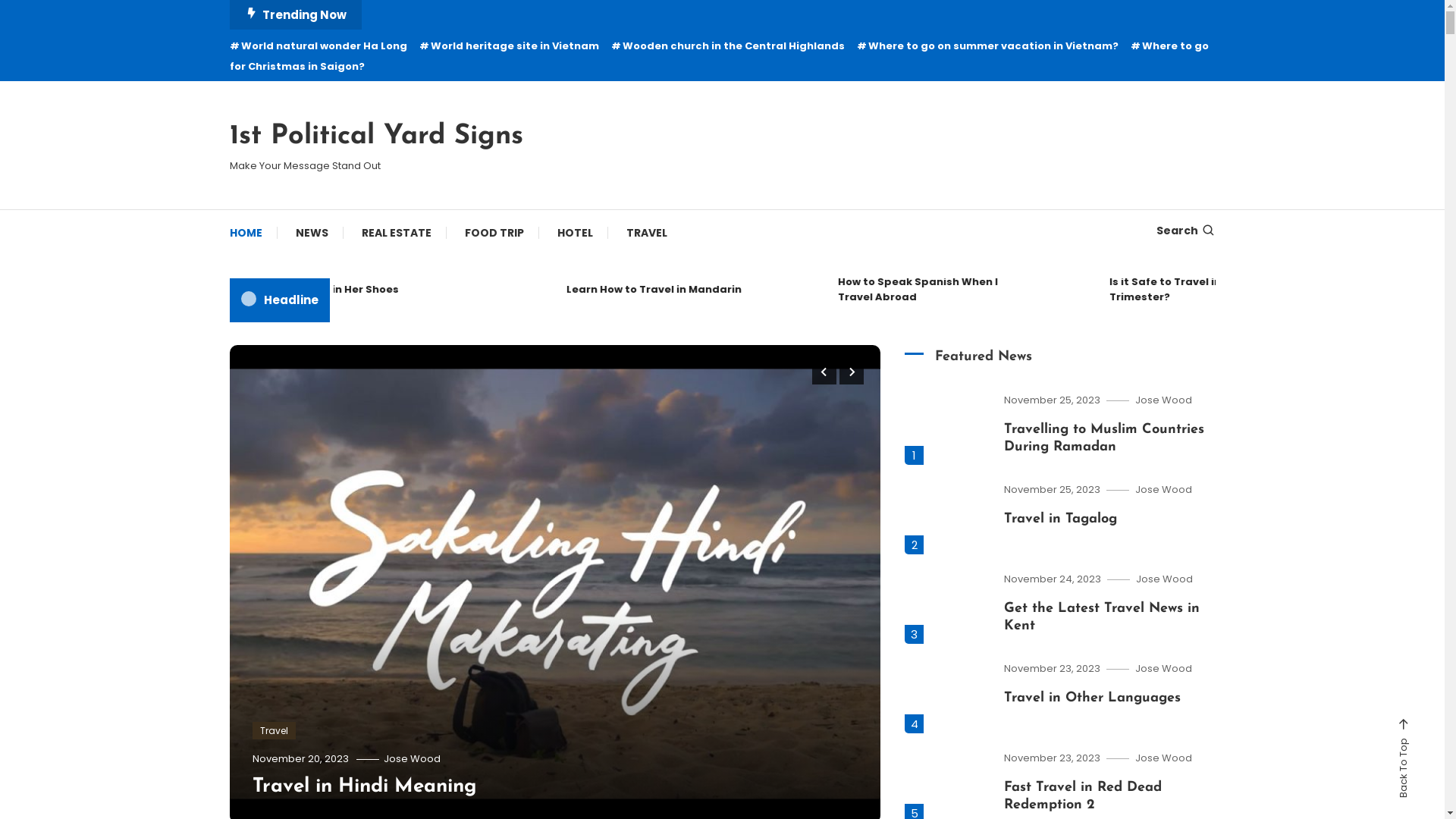  Describe the element at coordinates (494, 233) in the screenshot. I see `'FOOD TRIP'` at that location.